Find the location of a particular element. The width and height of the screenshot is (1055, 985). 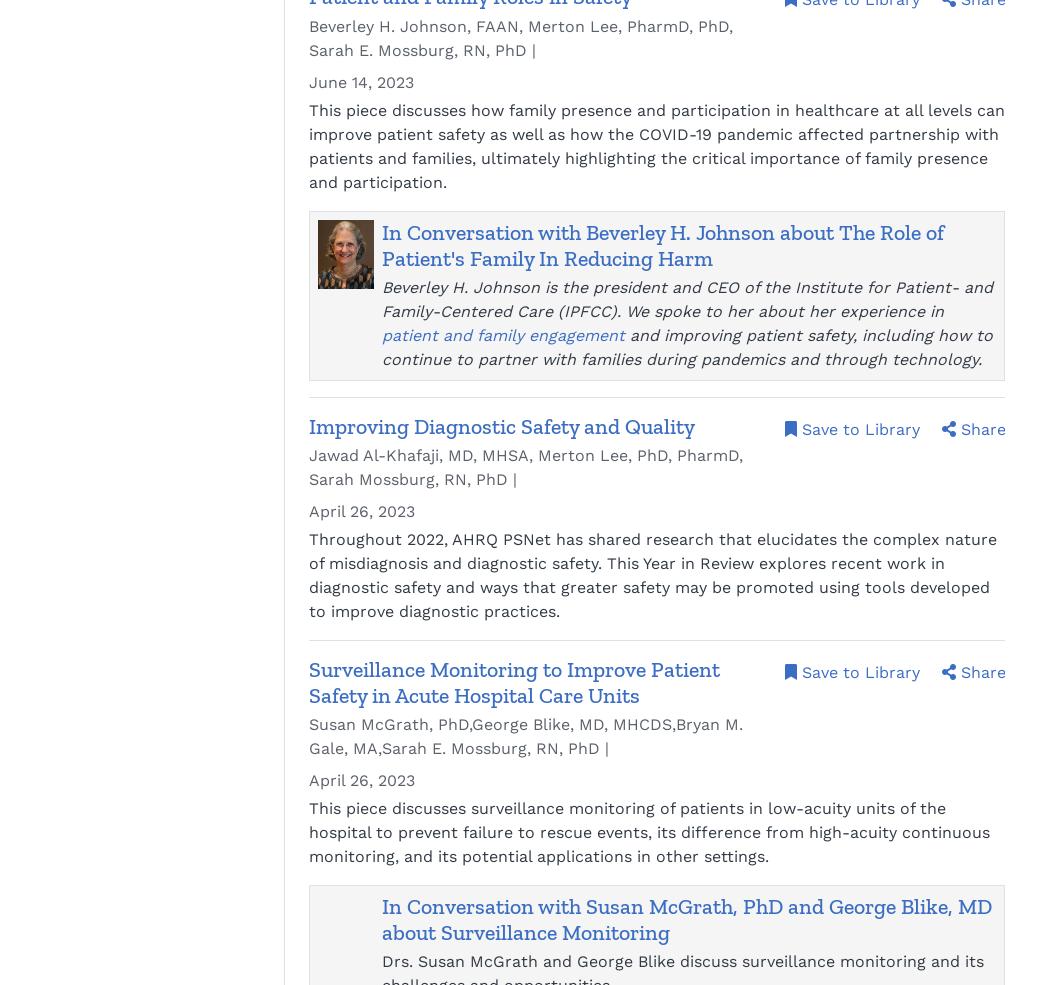

'and improving patient safety, including how to continue to partner with families during pandemics and through technology.' is located at coordinates (382, 346).